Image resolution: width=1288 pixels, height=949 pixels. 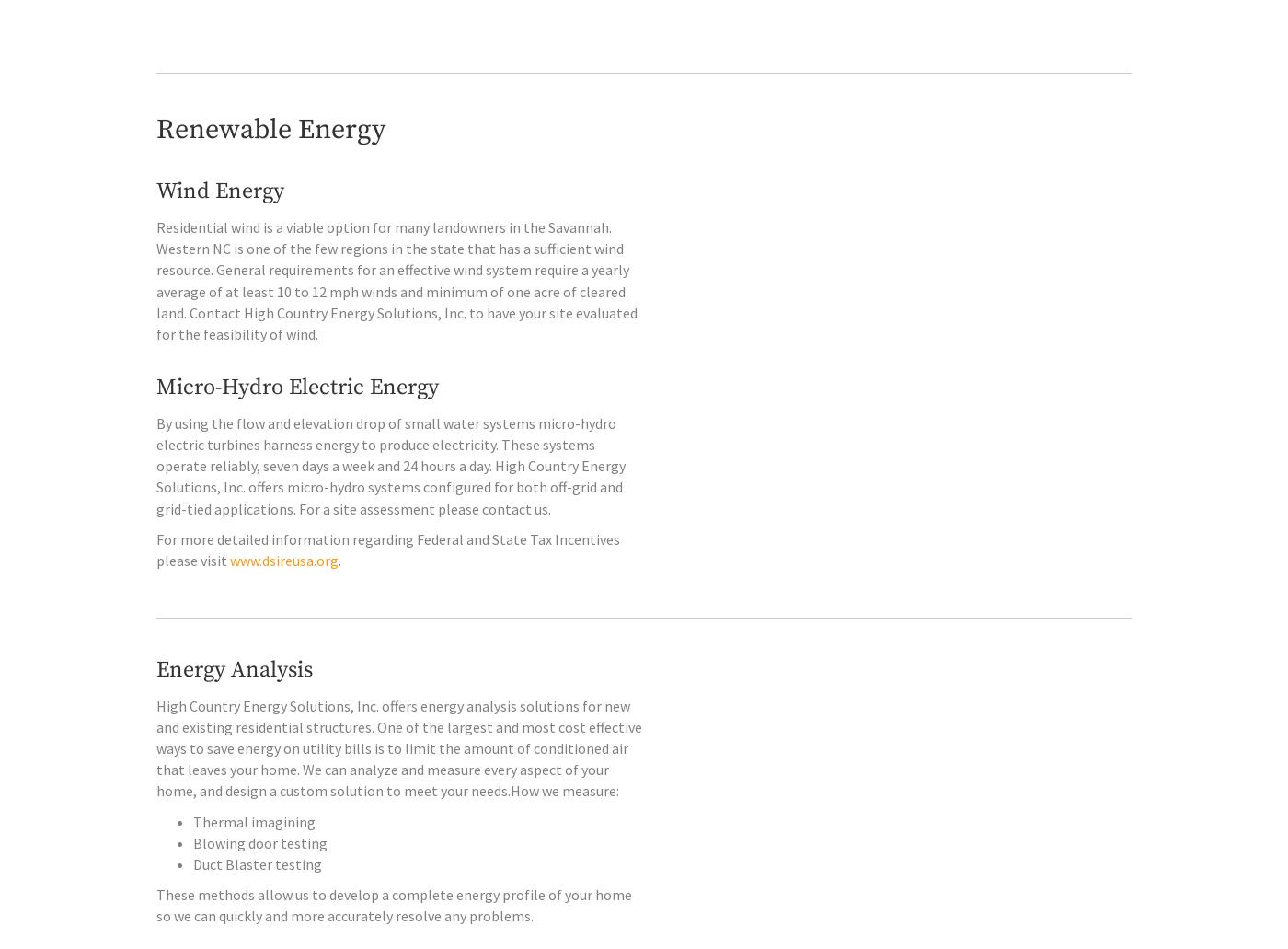 I want to click on 'For more detailed information regarding Federal and State Tax Incentives please visit', so click(x=387, y=587).